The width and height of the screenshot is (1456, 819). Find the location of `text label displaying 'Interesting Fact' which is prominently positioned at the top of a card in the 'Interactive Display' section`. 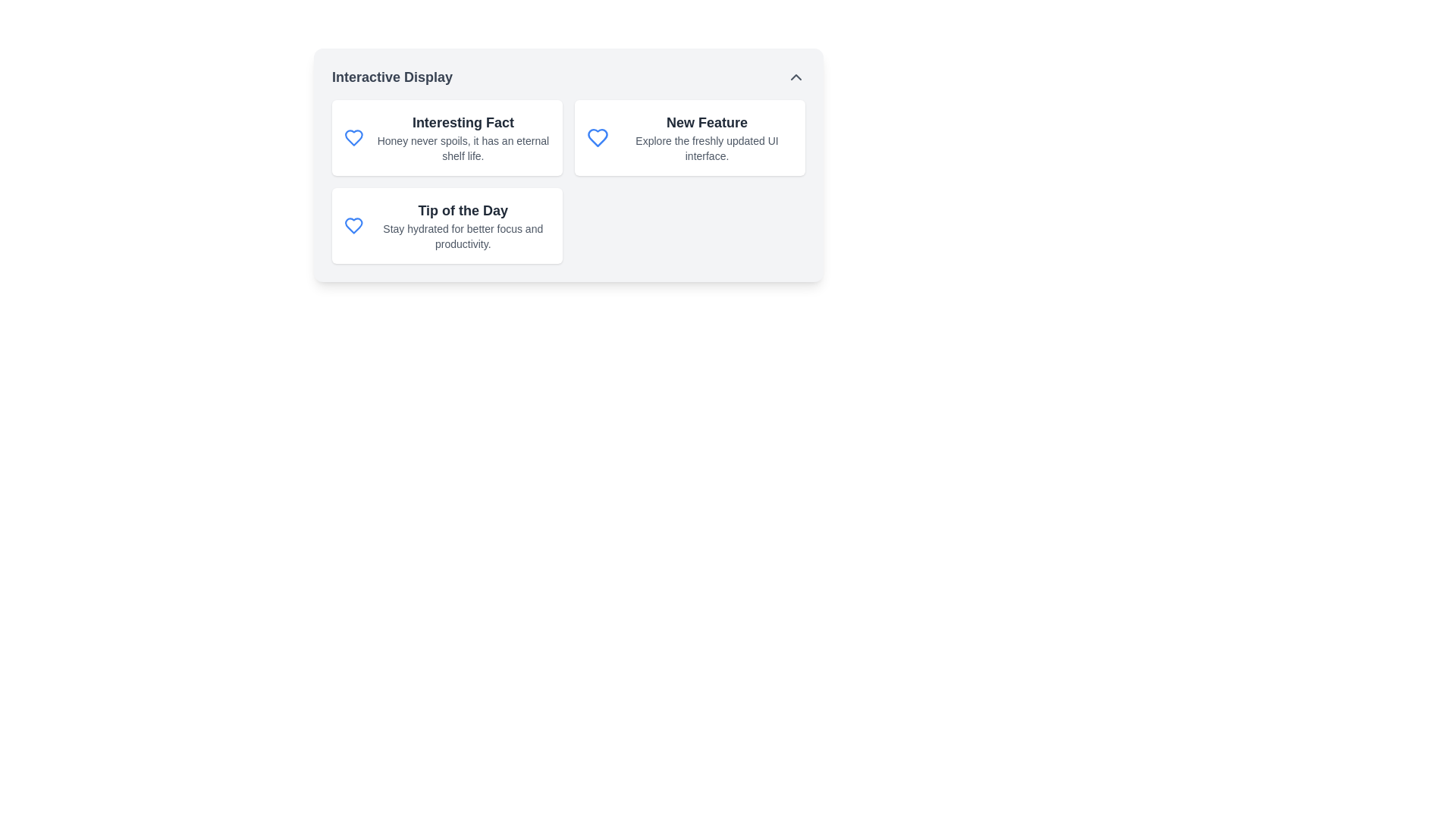

text label displaying 'Interesting Fact' which is prominently positioned at the top of a card in the 'Interactive Display' section is located at coordinates (462, 122).